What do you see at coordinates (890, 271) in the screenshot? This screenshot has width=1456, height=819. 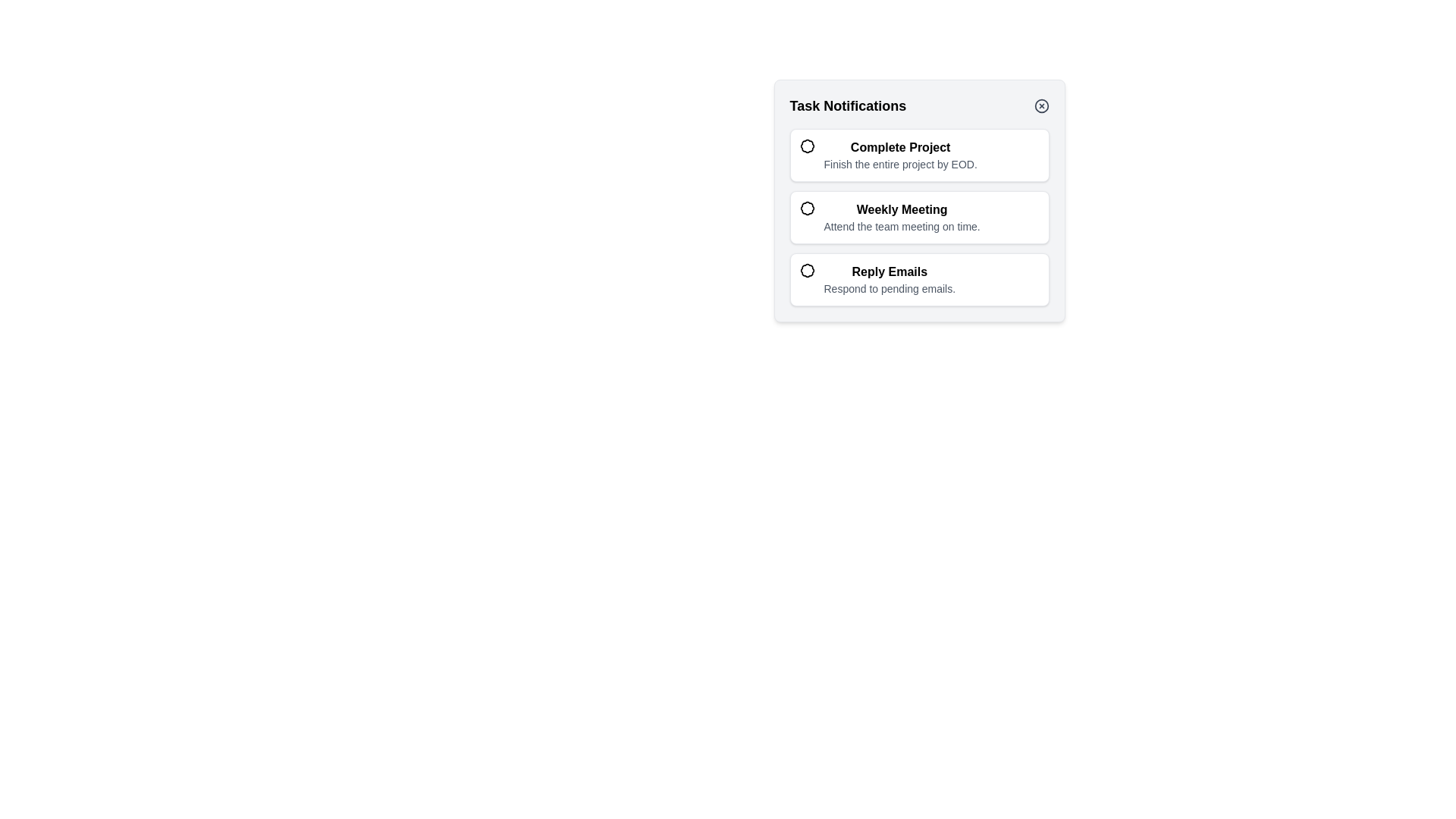 I see `the 'Reply Emails' text label, which is bold and prominently displayed above a lighter subtext in the task list interface` at bounding box center [890, 271].